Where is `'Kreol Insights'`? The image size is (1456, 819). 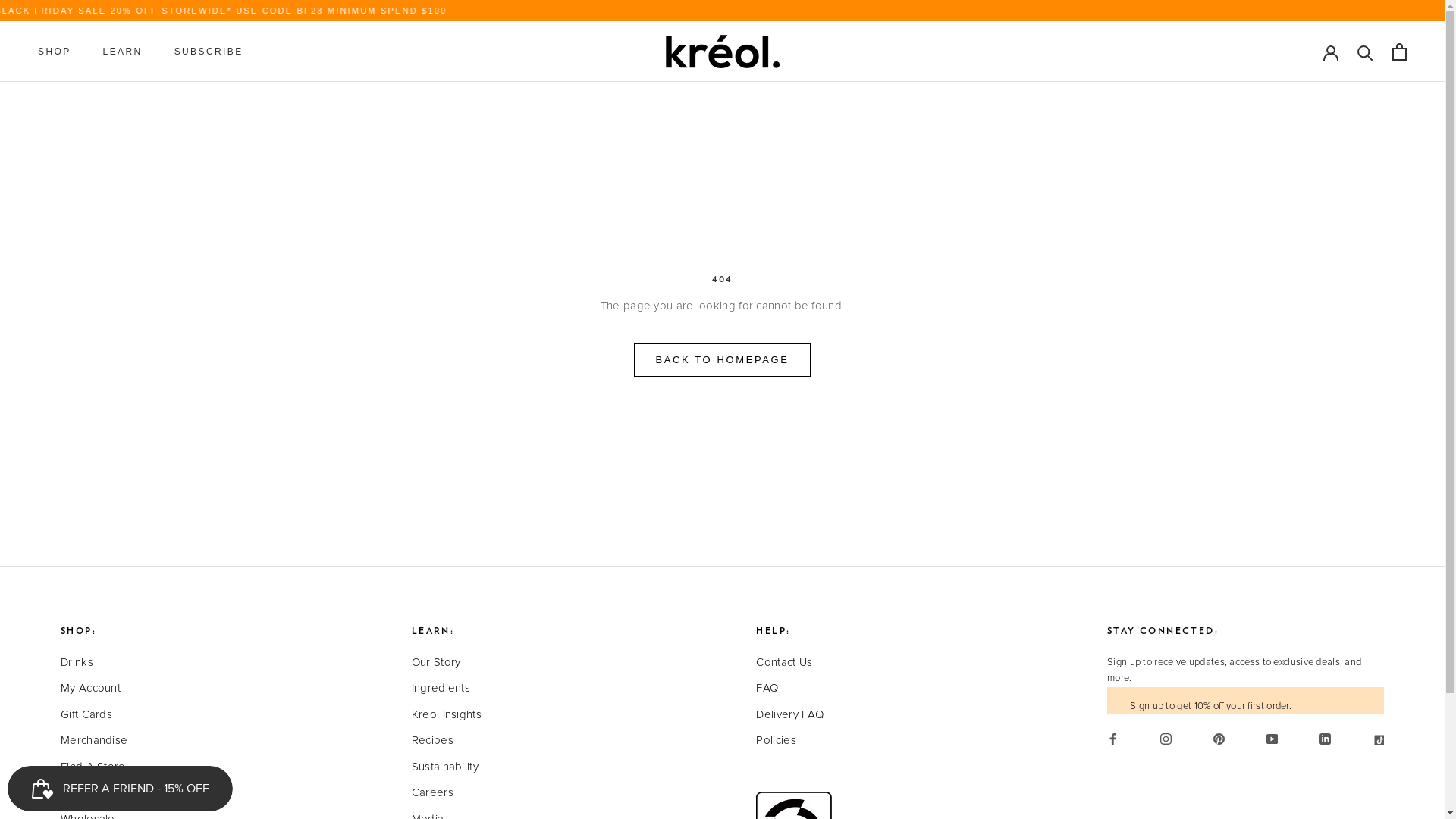 'Kreol Insights' is located at coordinates (411, 715).